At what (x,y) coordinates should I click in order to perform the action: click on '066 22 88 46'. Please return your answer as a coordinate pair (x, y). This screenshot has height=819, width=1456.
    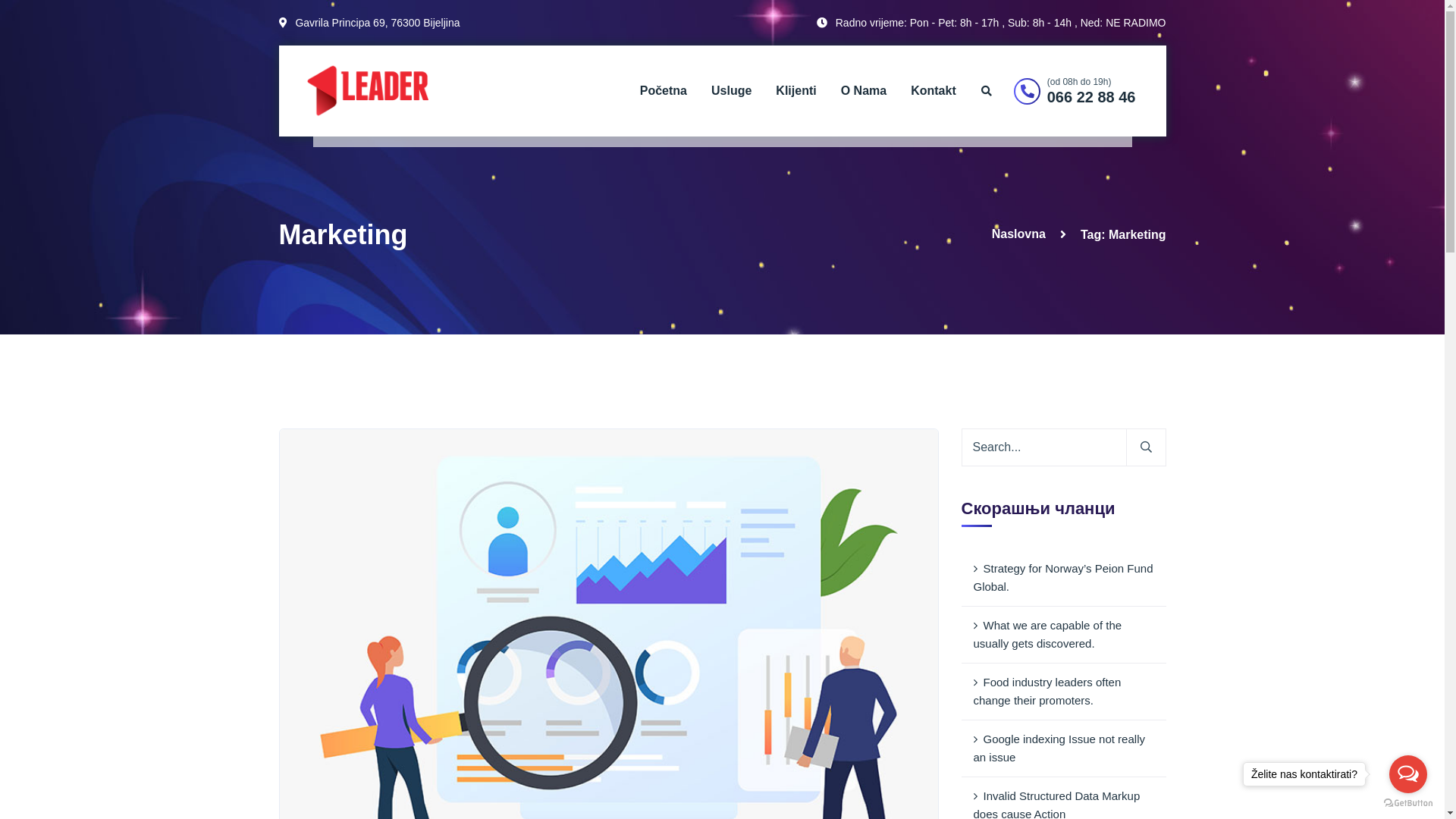
    Looking at the image, I should click on (1090, 96).